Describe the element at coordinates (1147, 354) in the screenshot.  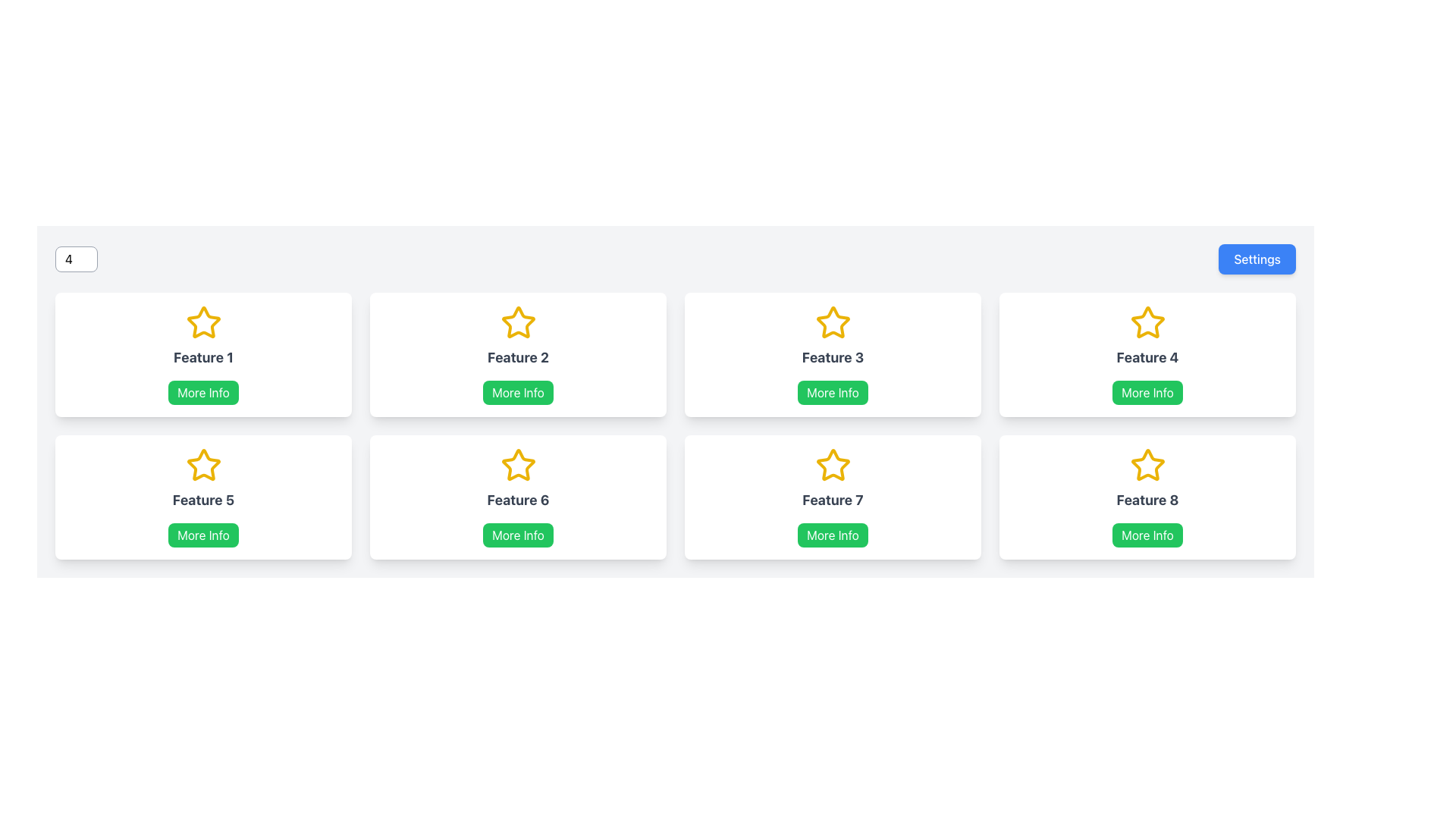
I see `the Card element representing 'Feature 4' located in the first row and fourth column of the grid` at that location.